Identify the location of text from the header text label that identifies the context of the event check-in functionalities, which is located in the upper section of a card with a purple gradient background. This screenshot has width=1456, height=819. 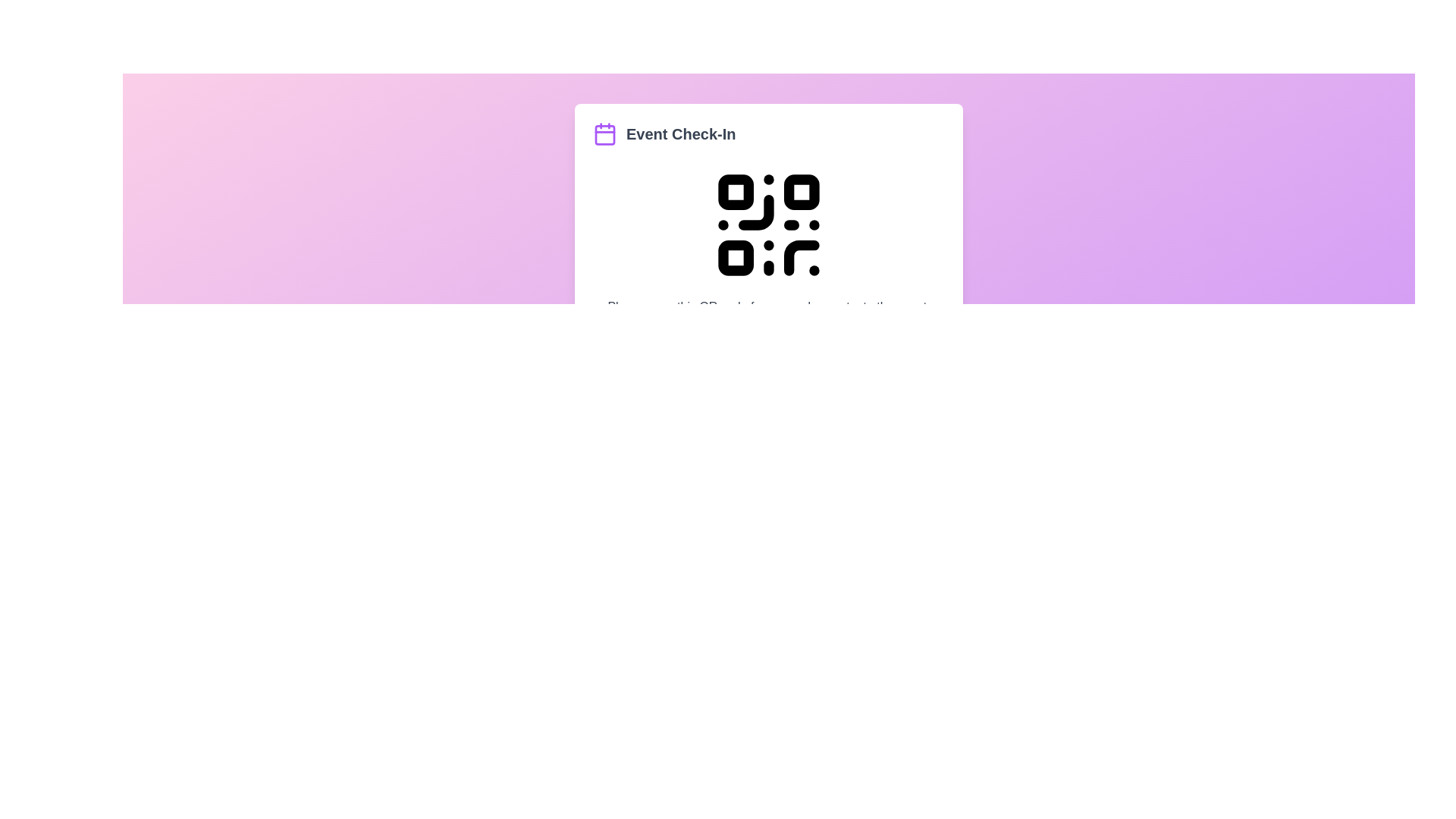
(680, 133).